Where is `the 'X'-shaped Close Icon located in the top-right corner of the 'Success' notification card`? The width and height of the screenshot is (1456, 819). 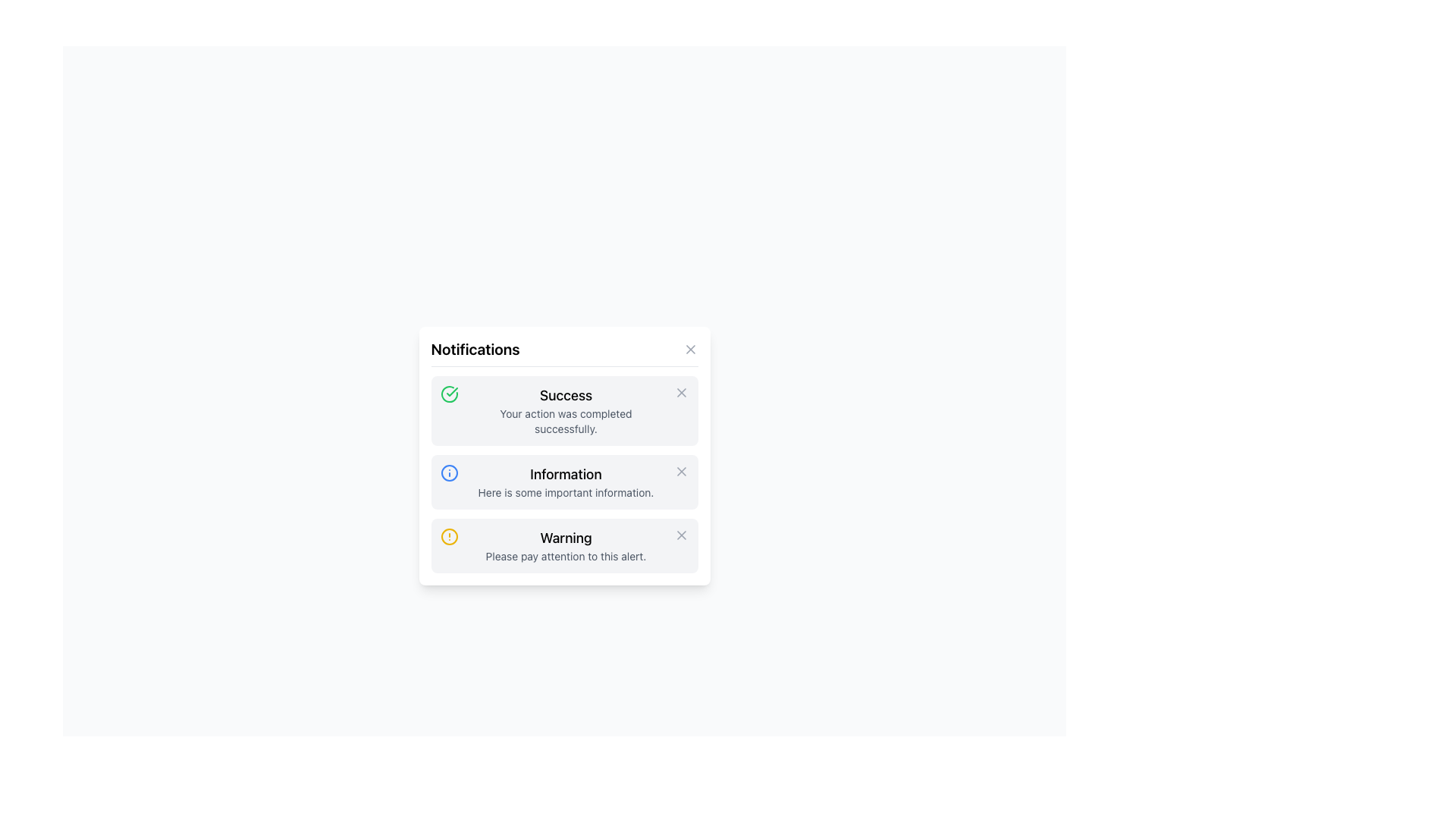
the 'X'-shaped Close Icon located in the top-right corner of the 'Success' notification card is located at coordinates (680, 391).